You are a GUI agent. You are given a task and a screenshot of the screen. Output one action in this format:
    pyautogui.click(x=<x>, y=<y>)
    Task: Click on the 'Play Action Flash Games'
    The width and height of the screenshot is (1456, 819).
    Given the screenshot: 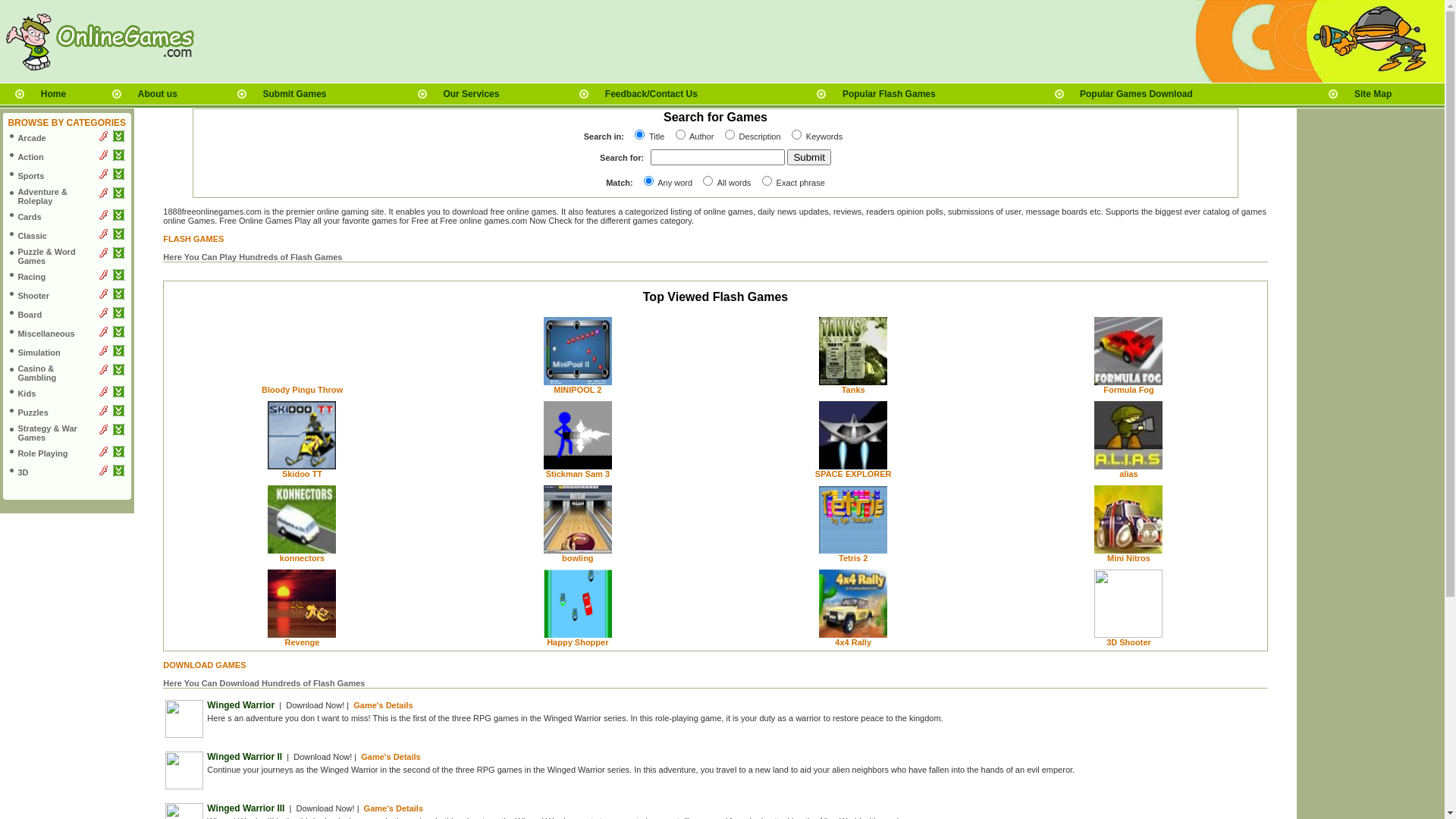 What is the action you would take?
    pyautogui.click(x=97, y=158)
    